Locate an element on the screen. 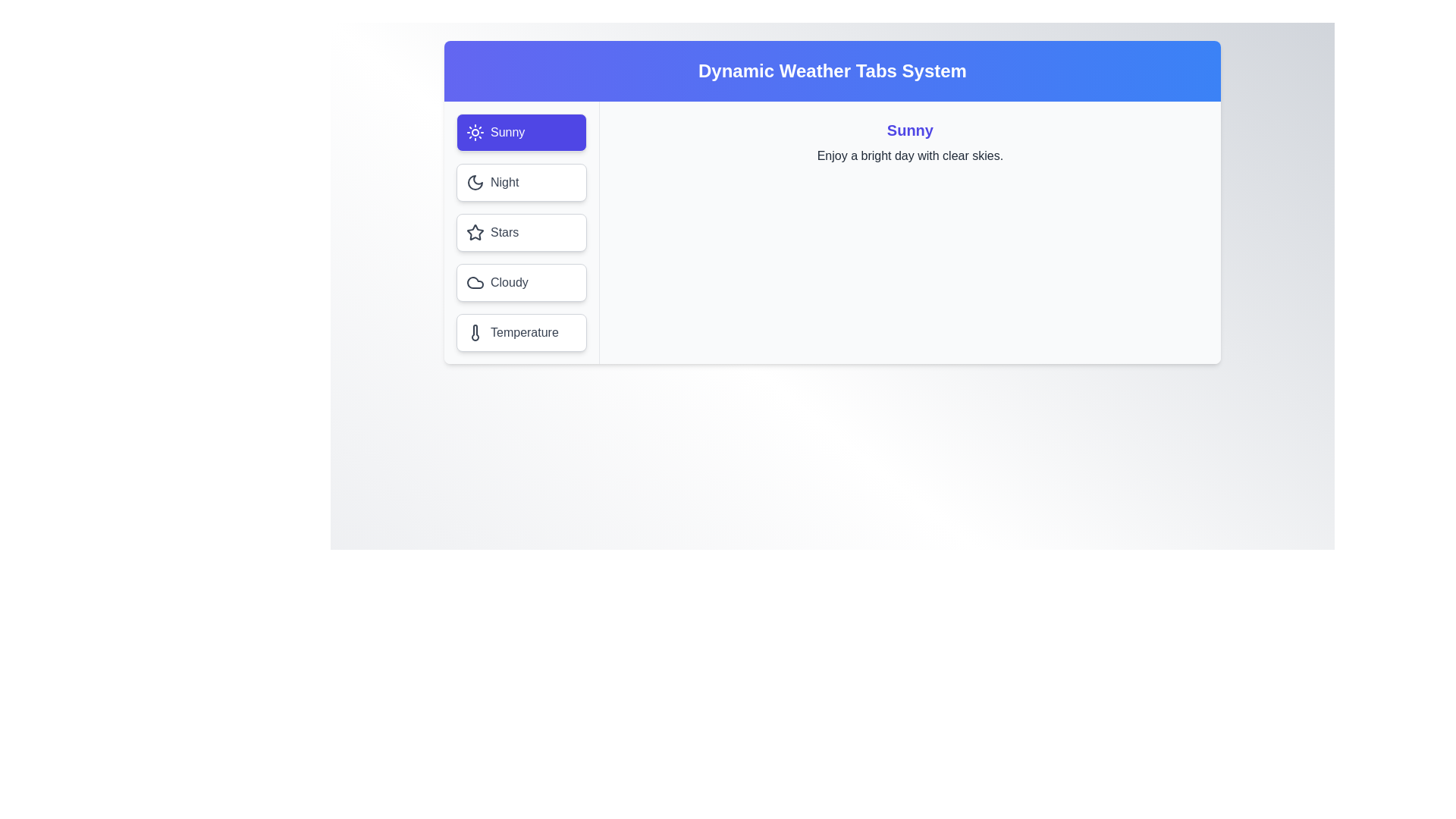 This screenshot has height=819, width=1456. the Night tab is located at coordinates (521, 181).